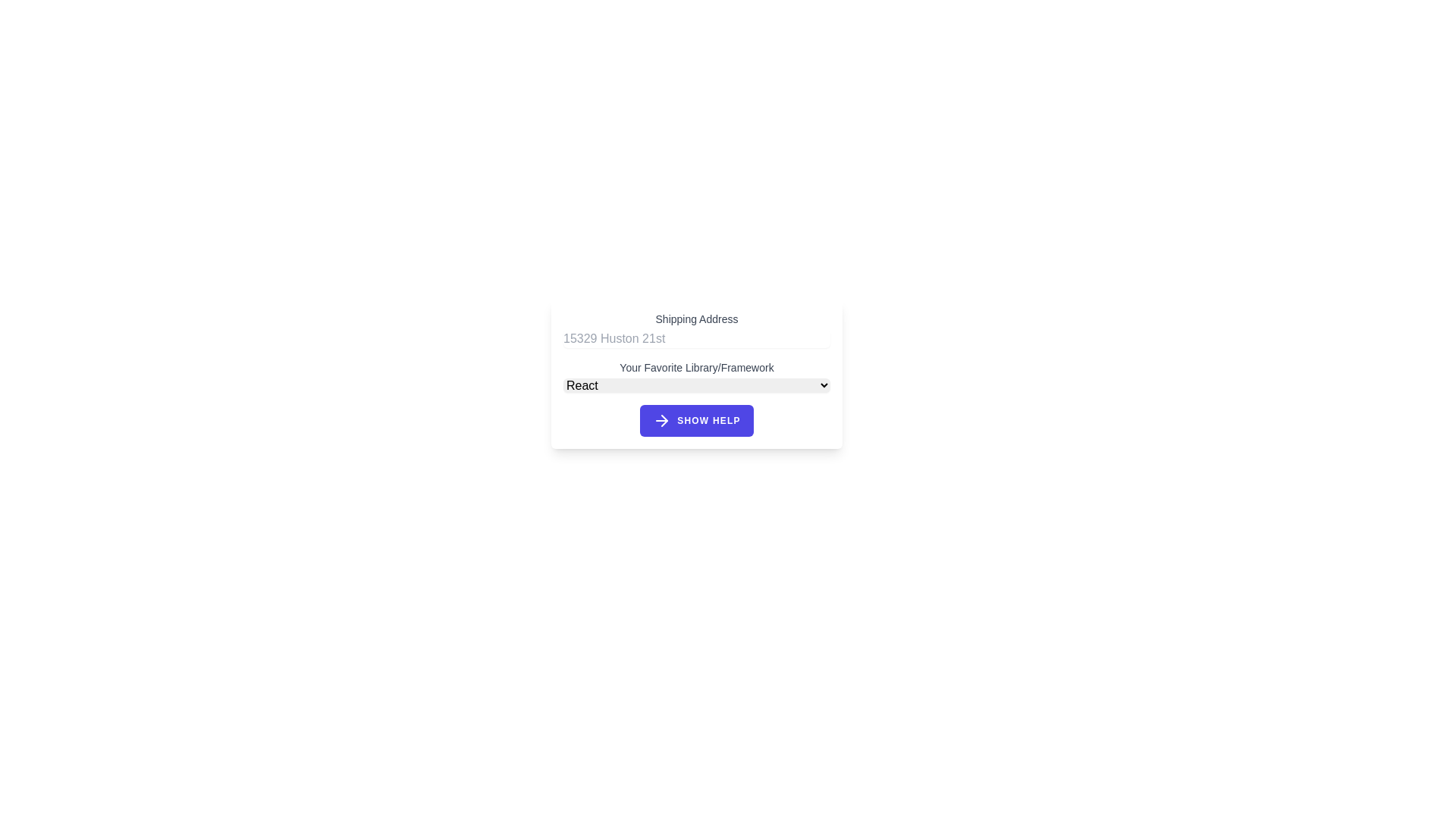 The height and width of the screenshot is (819, 1456). What do you see at coordinates (695, 375) in the screenshot?
I see `the dropdown menu for selecting the favorite library or framework located beneath the label 'Your Favorite Library/Framework'` at bounding box center [695, 375].